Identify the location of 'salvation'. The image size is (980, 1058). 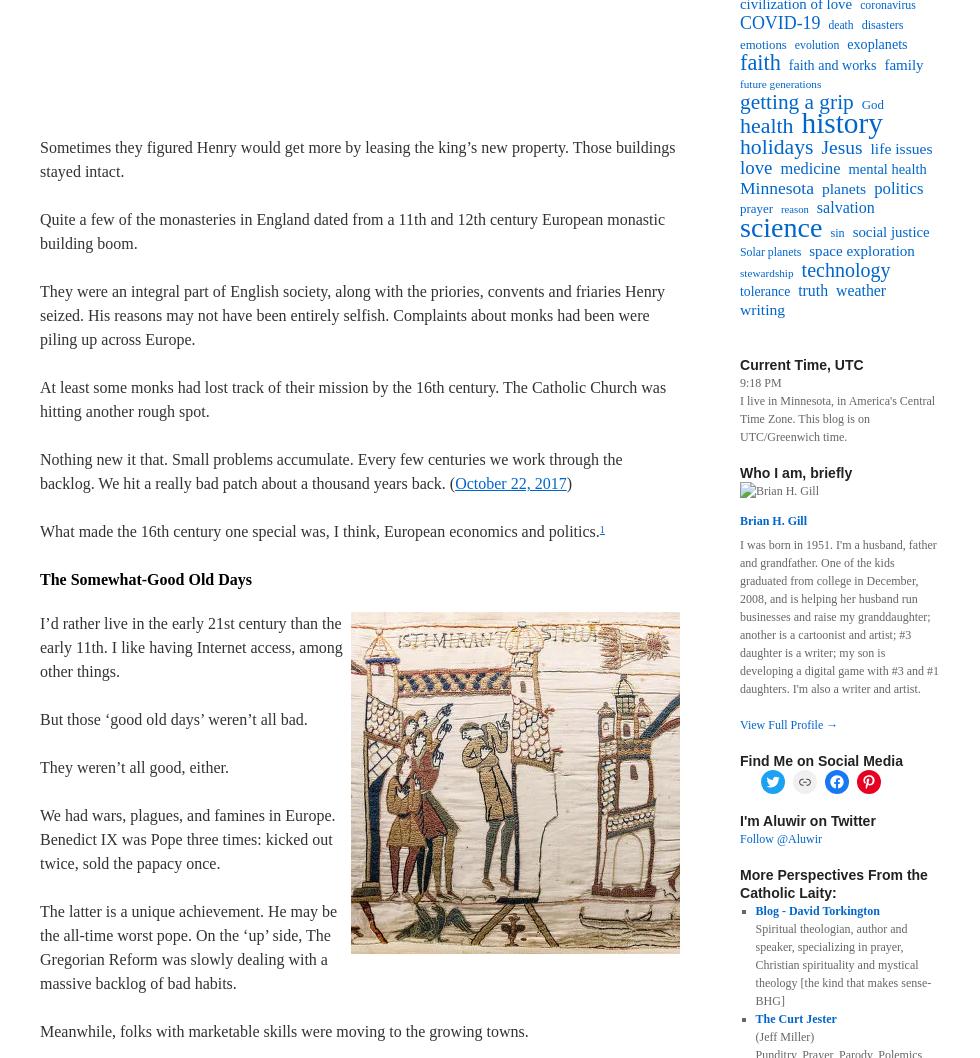
(844, 207).